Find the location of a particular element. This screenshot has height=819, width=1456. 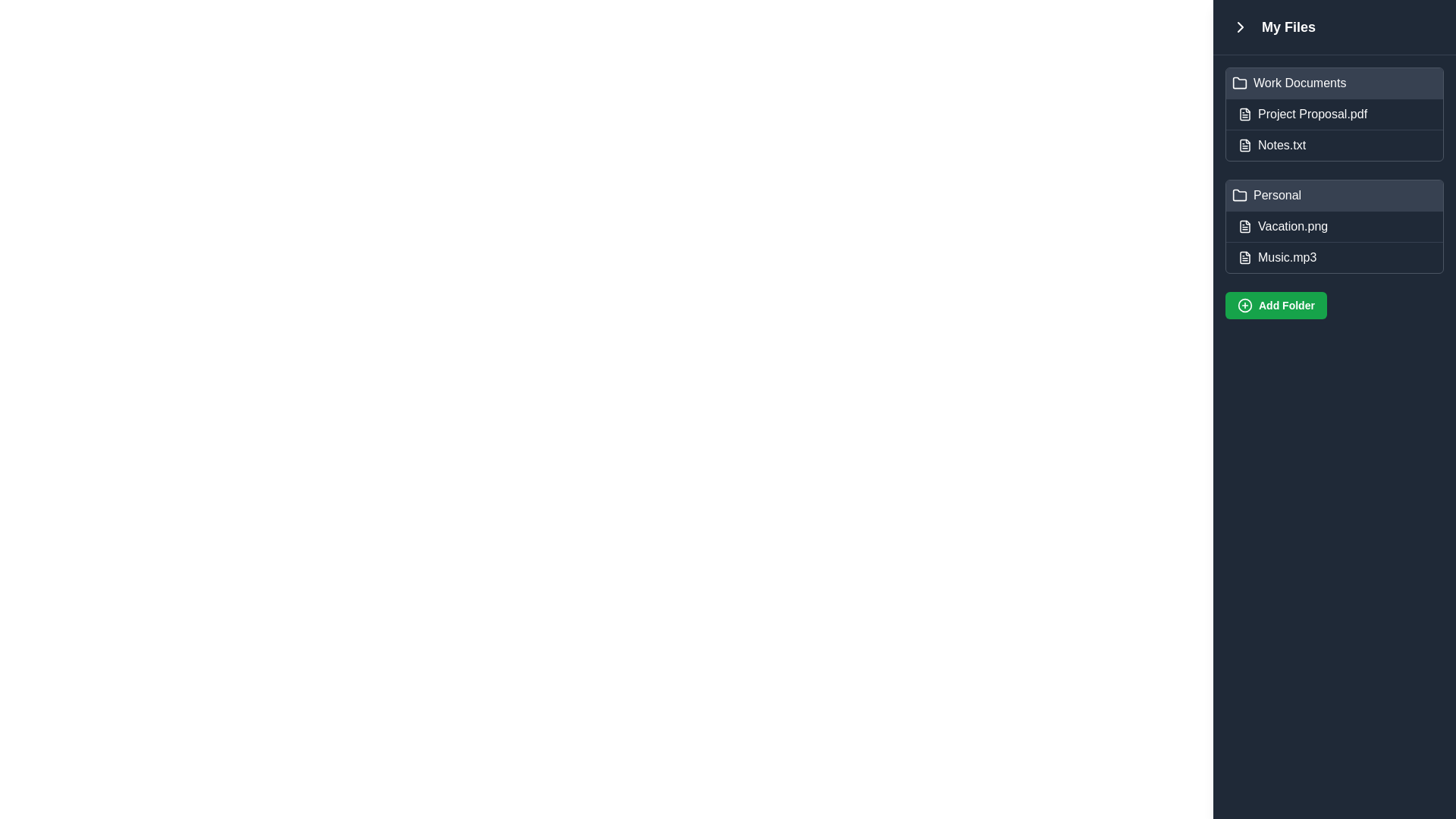

the icon resembling a circle with a plus sign inside, located on the left side of the 'Add Folder' button at the bottom of the sidebar interface is located at coordinates (1244, 305).